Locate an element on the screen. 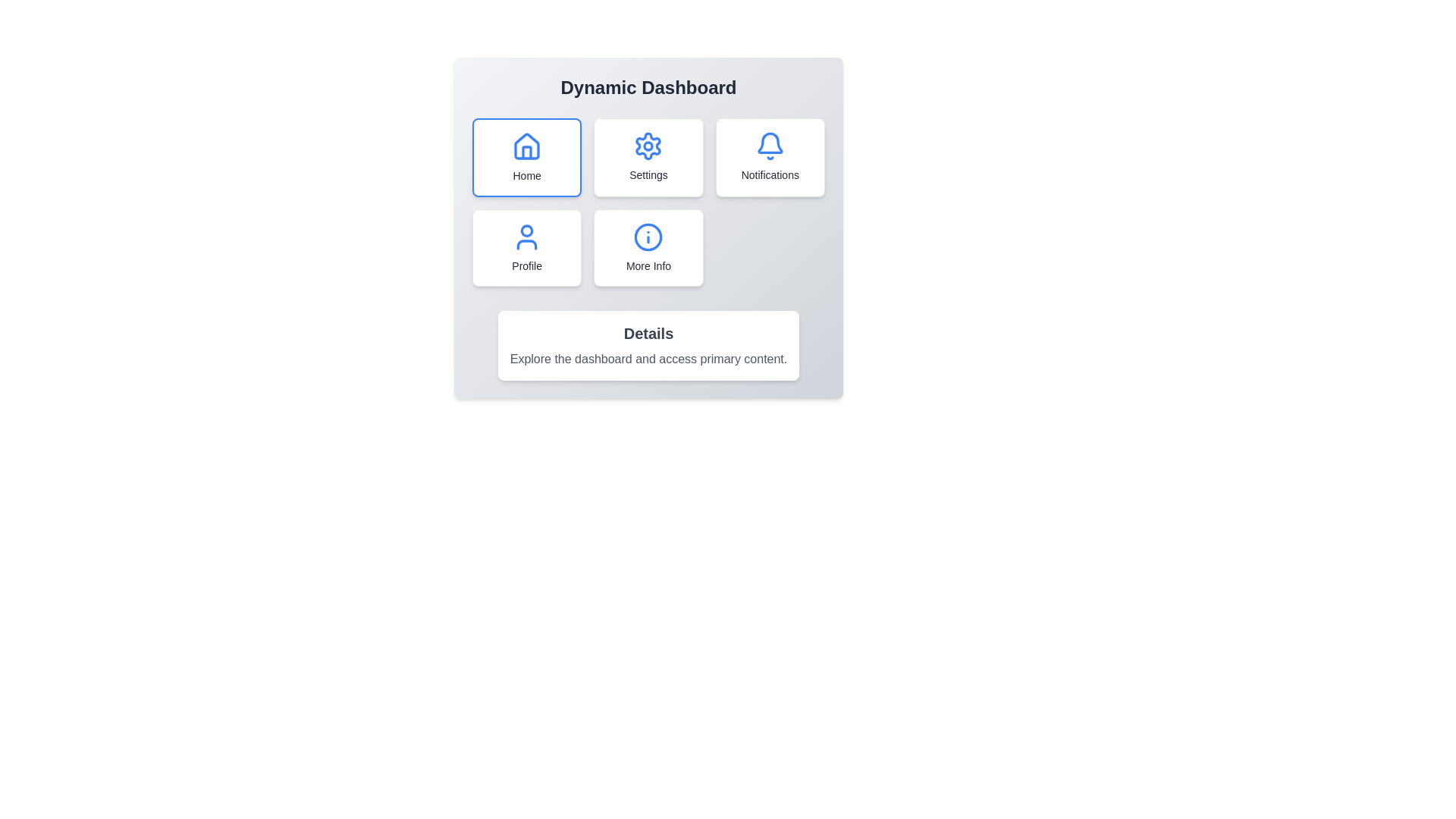 The height and width of the screenshot is (819, 1456). the lower part of the house icon, specifically resembling a door, located within the 'Home' button in the top-left of the interface grid is located at coordinates (527, 152).